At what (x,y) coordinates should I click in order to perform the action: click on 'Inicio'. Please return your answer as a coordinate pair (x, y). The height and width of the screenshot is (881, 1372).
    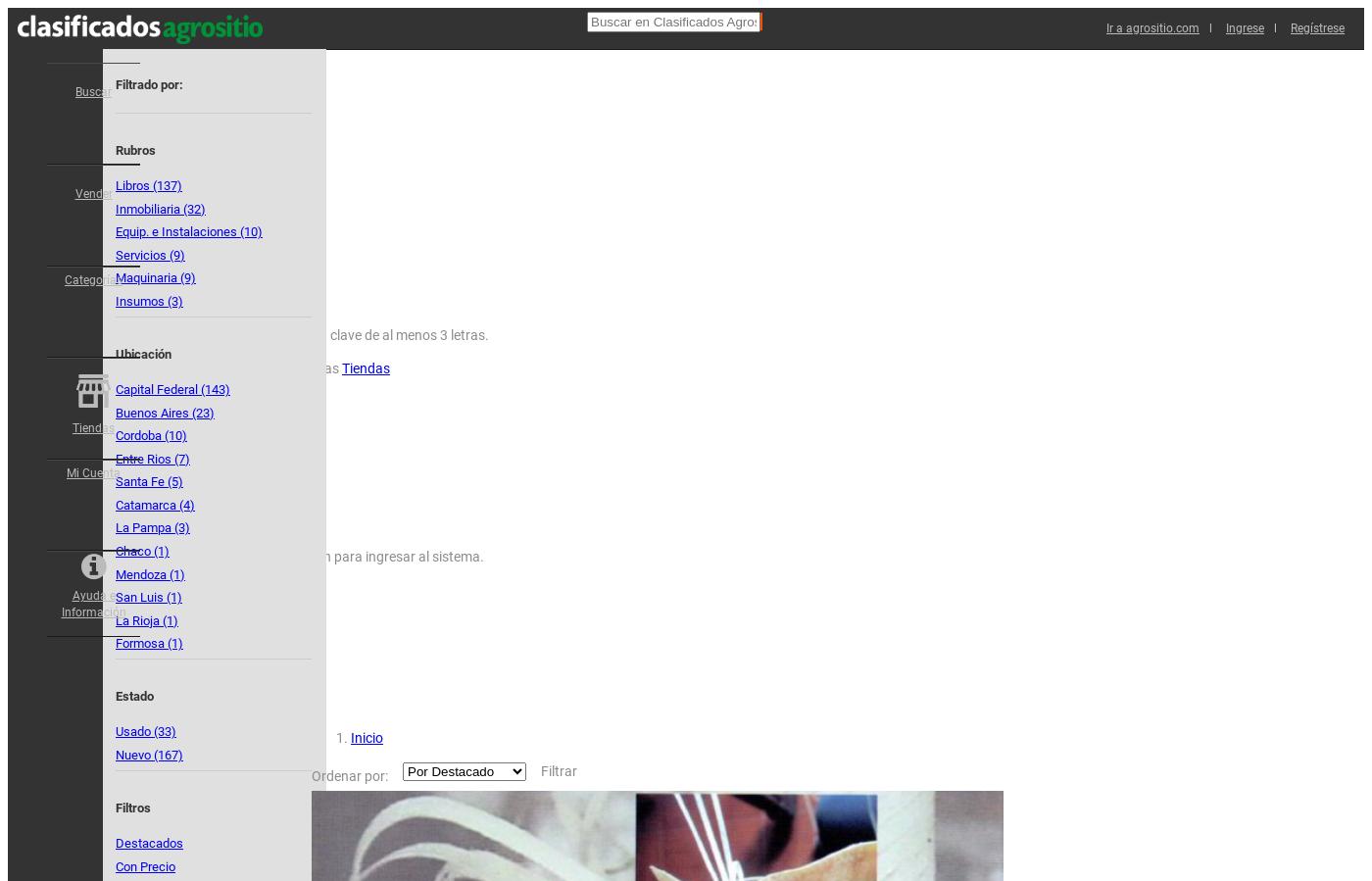
    Looking at the image, I should click on (367, 738).